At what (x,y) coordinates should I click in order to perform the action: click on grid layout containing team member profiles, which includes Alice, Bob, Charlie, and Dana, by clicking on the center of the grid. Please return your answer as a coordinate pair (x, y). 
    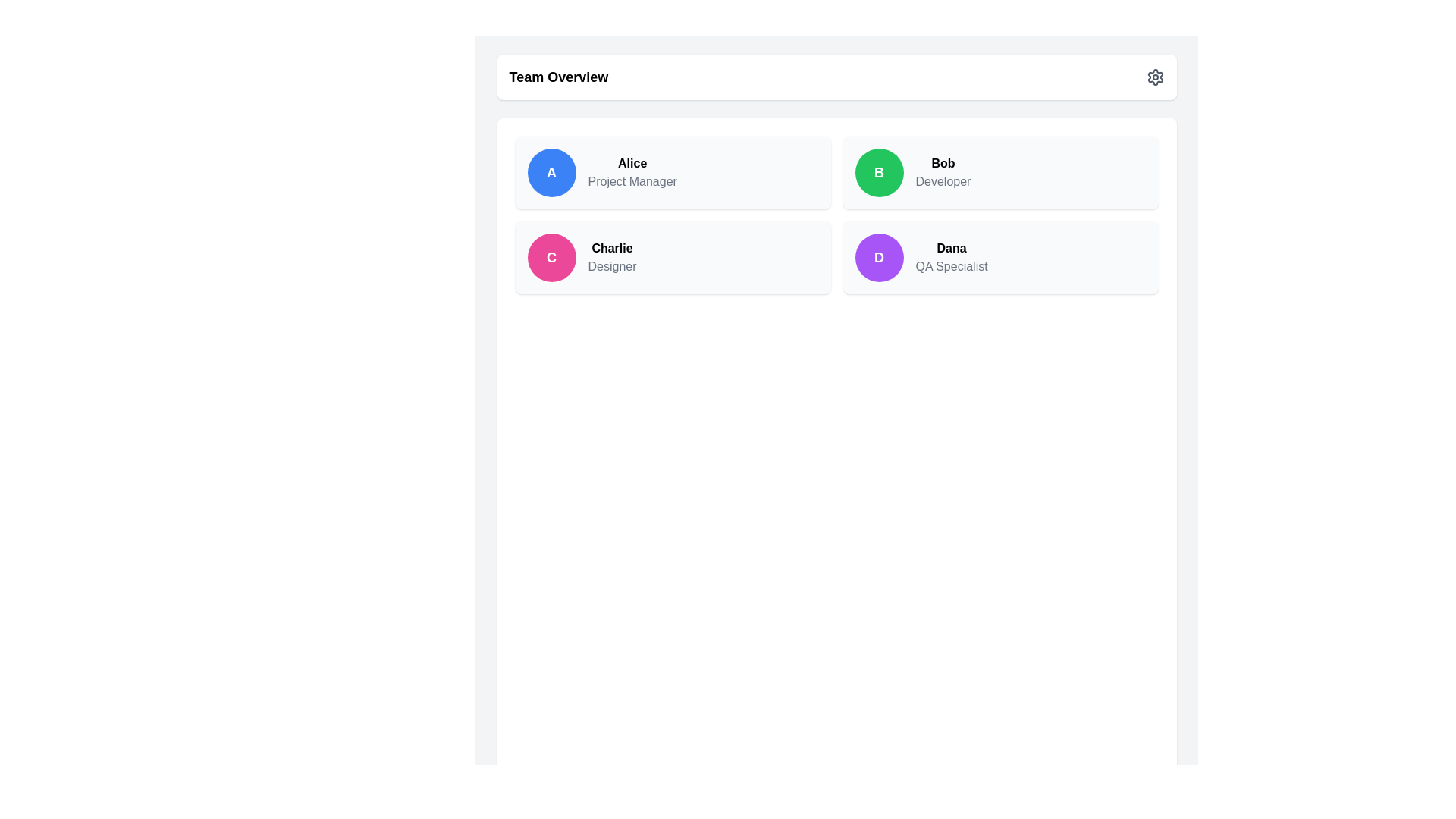
    Looking at the image, I should click on (836, 215).